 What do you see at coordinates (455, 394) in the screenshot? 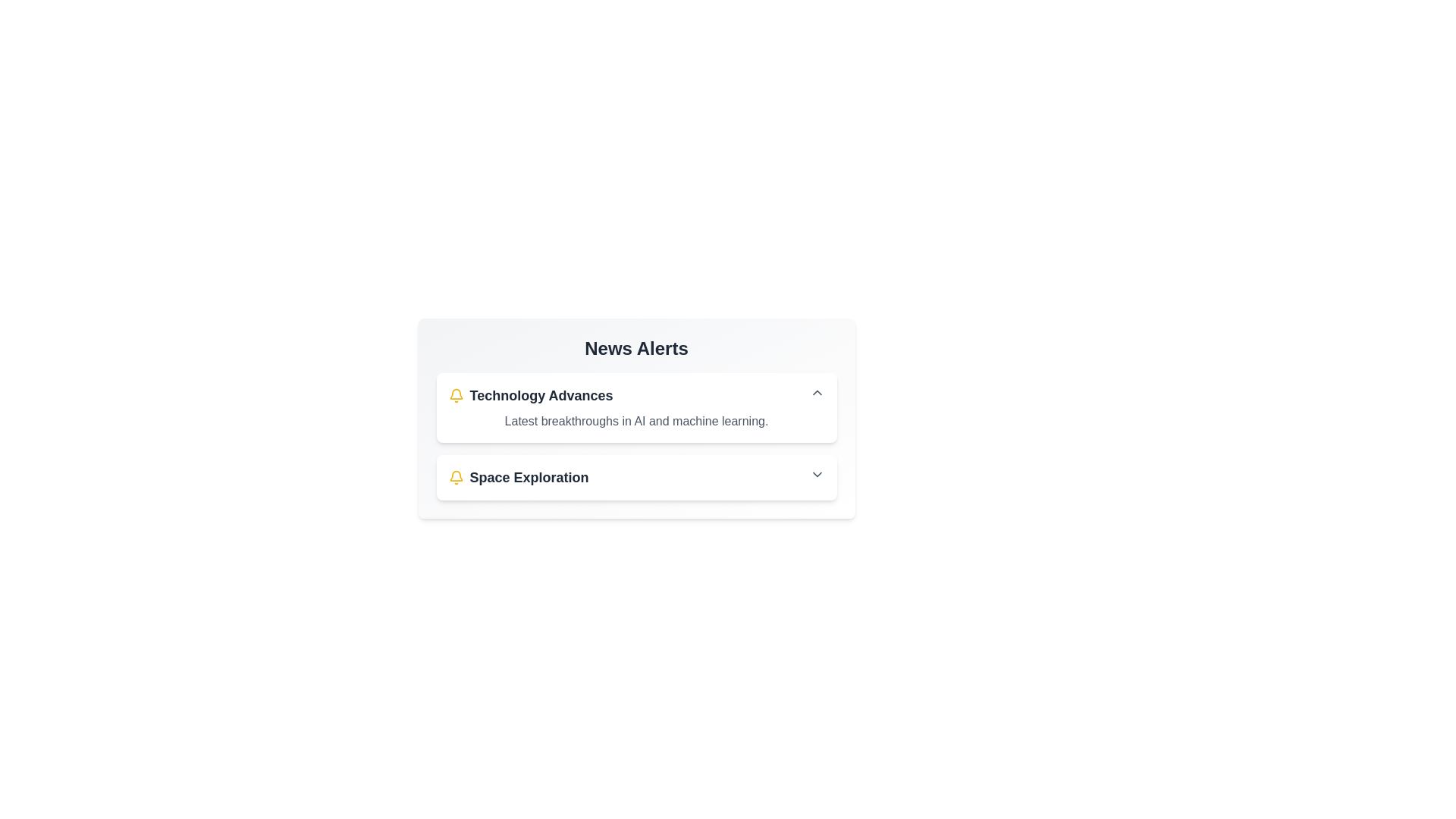
I see `the icon accompanying the news item titled 'Technology Advances'` at bounding box center [455, 394].